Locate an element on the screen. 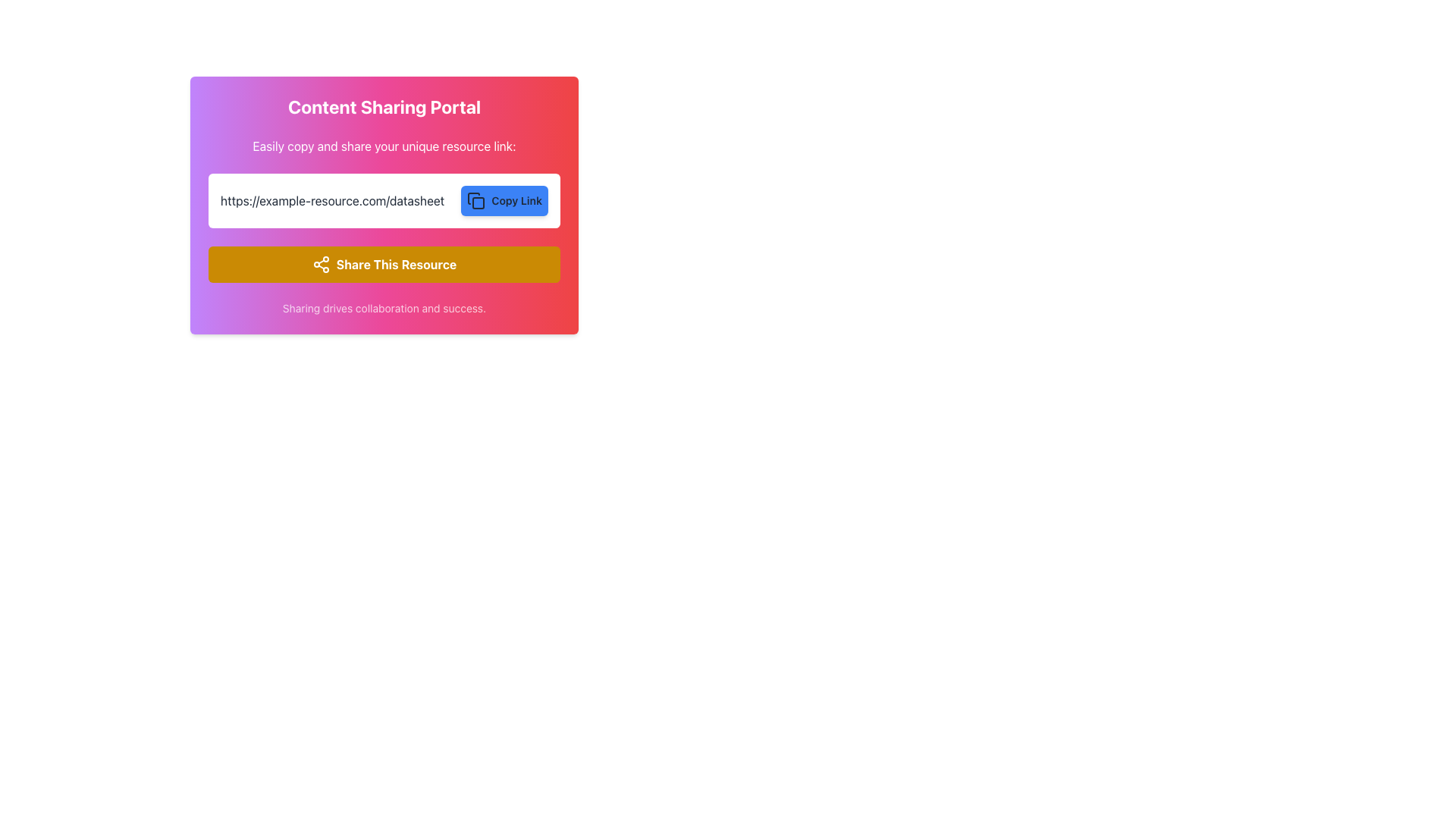 The width and height of the screenshot is (1456, 819). the 'Copy' icon, which resembles two overlapping rectangles, located within a blue button to the left of the 'Copy Link' text is located at coordinates (475, 200).